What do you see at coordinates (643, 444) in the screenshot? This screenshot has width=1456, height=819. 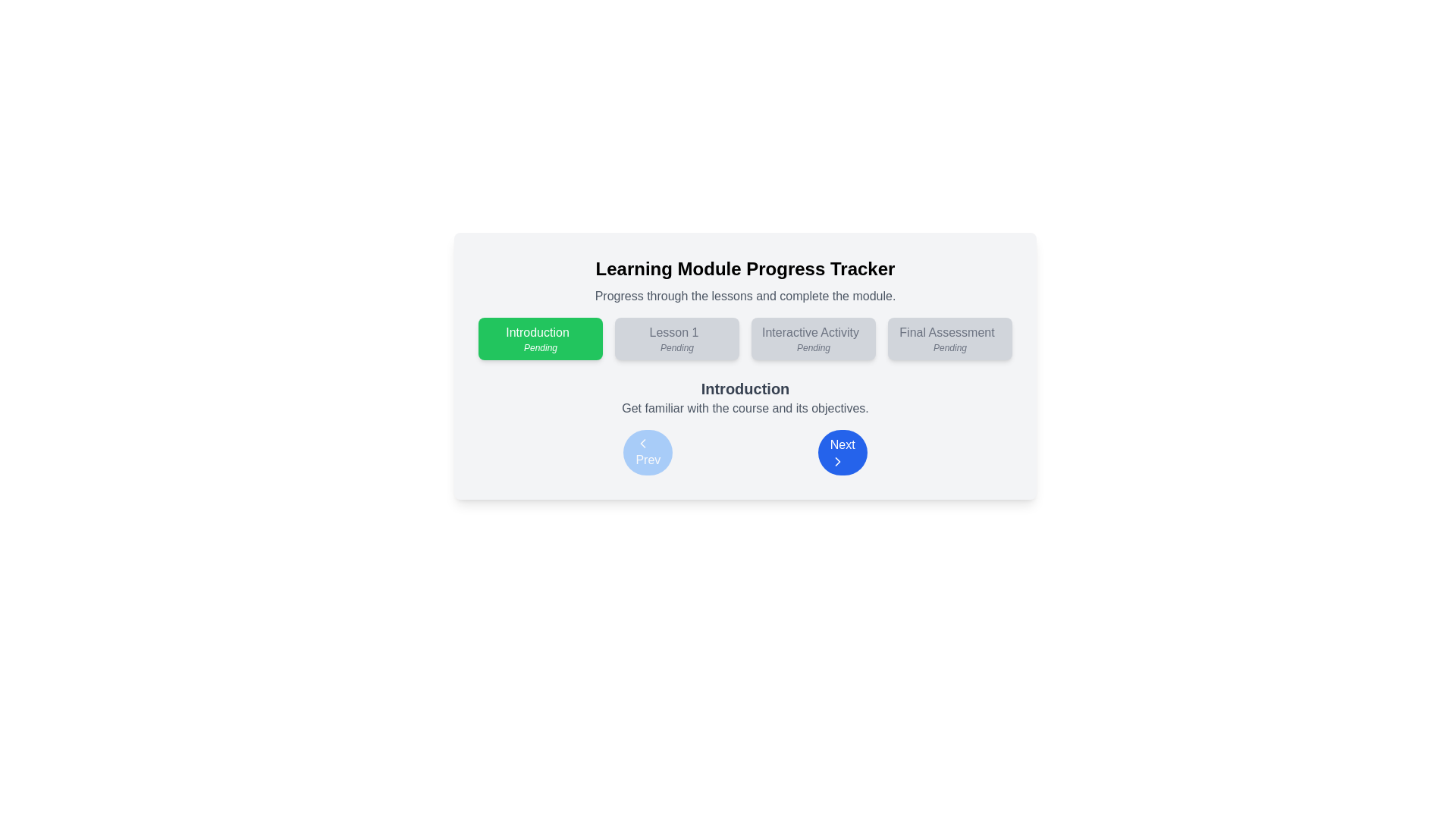 I see `the left-pointing chevron icon within the 'Prev' button located at the bottom left corner of the main interactive area` at bounding box center [643, 444].